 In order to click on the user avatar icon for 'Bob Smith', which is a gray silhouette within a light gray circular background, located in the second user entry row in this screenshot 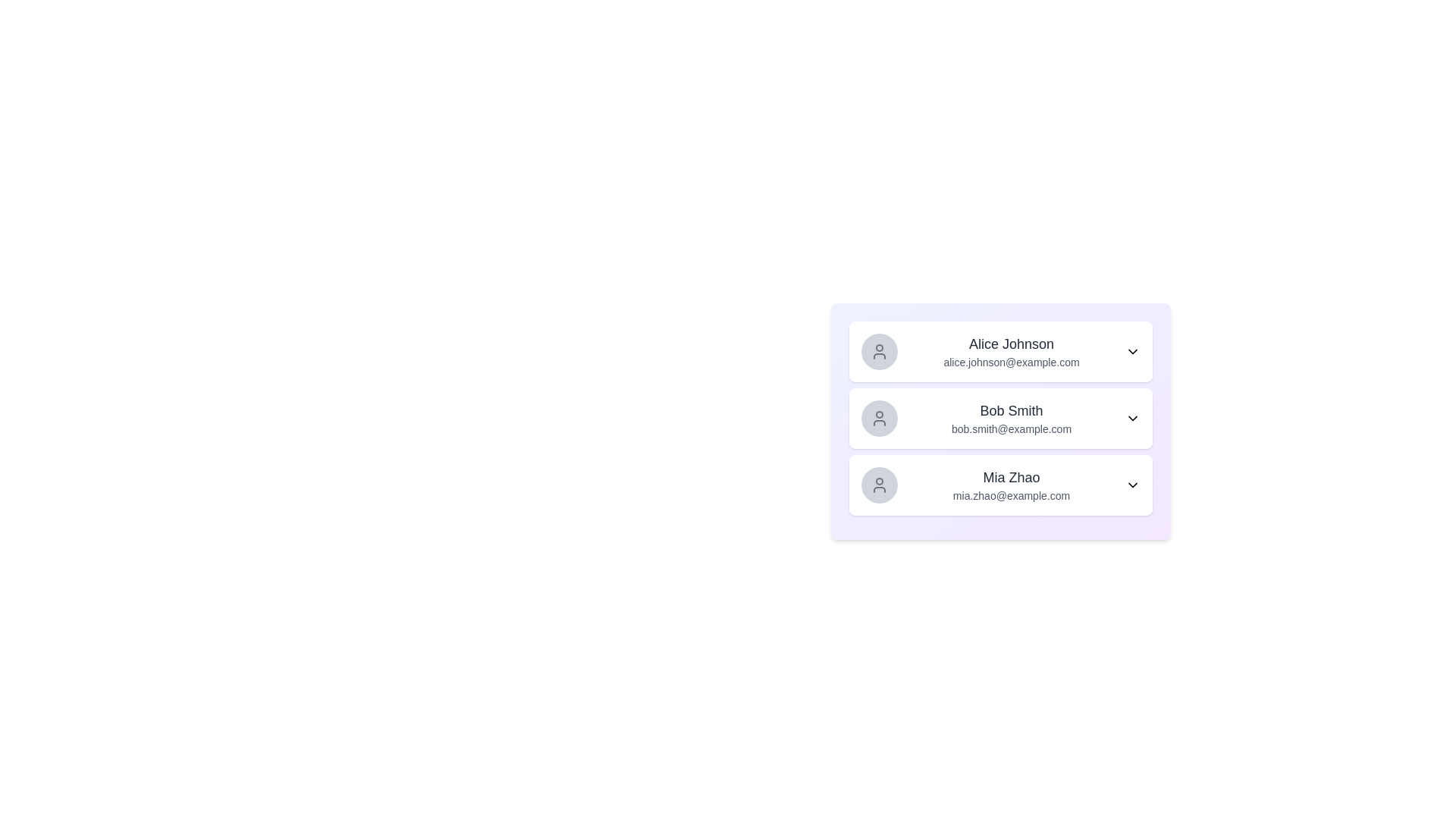, I will do `click(880, 418)`.